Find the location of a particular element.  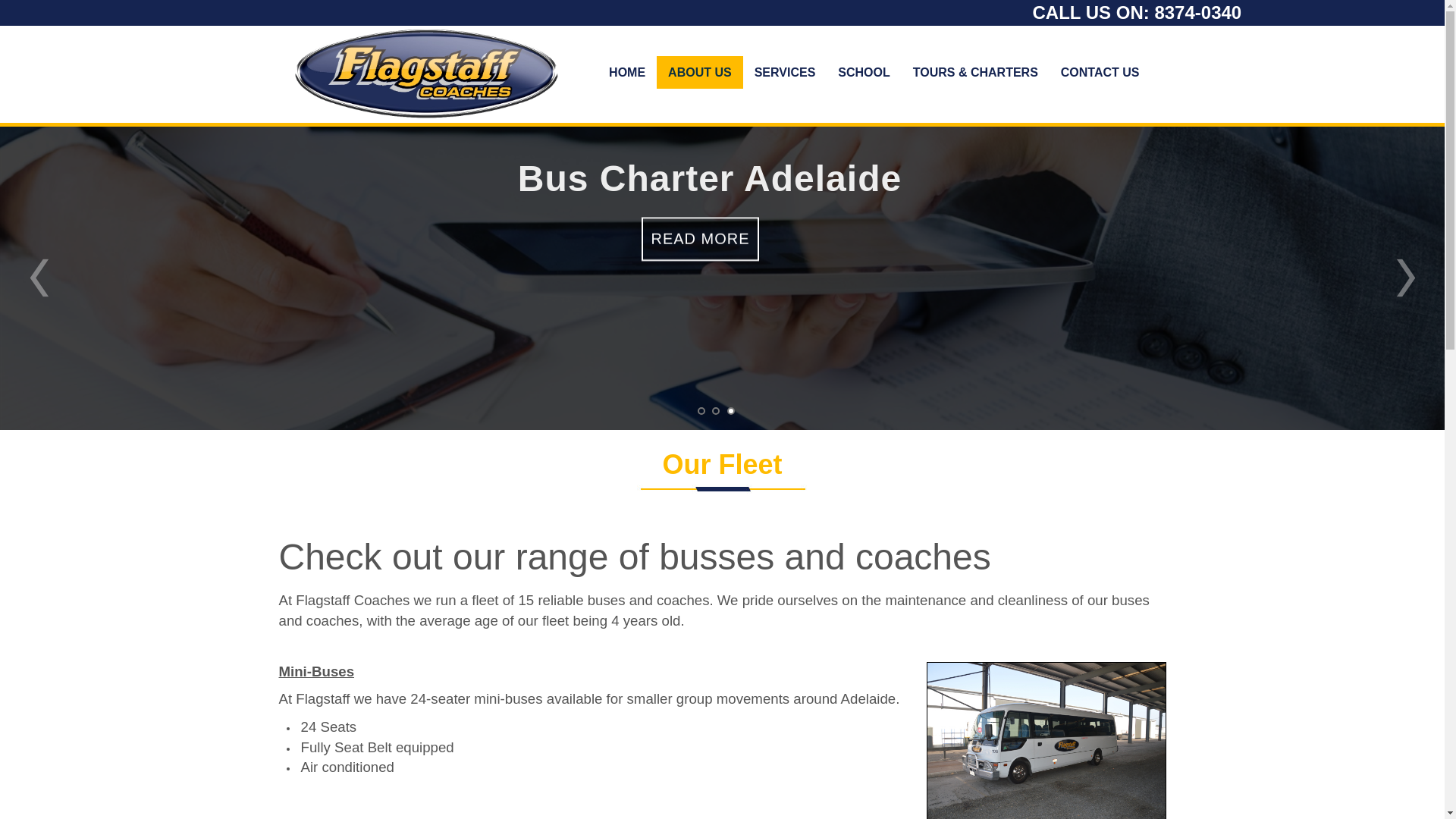

'READ MORE' is located at coordinates (698, 245).